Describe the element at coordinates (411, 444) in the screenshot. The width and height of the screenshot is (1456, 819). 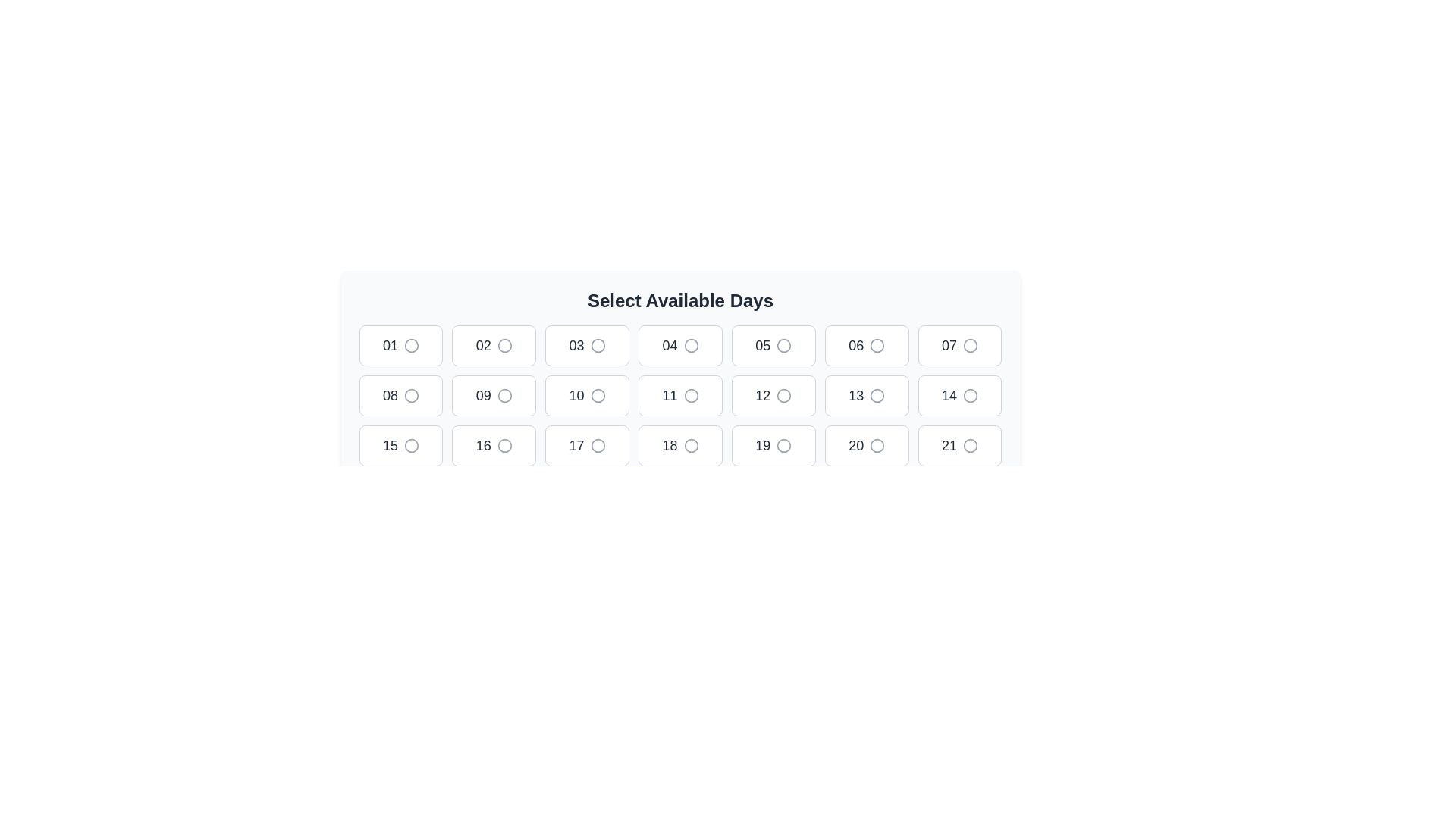
I see `the circular icon button next to the number '15' for keyboard interaction` at that location.